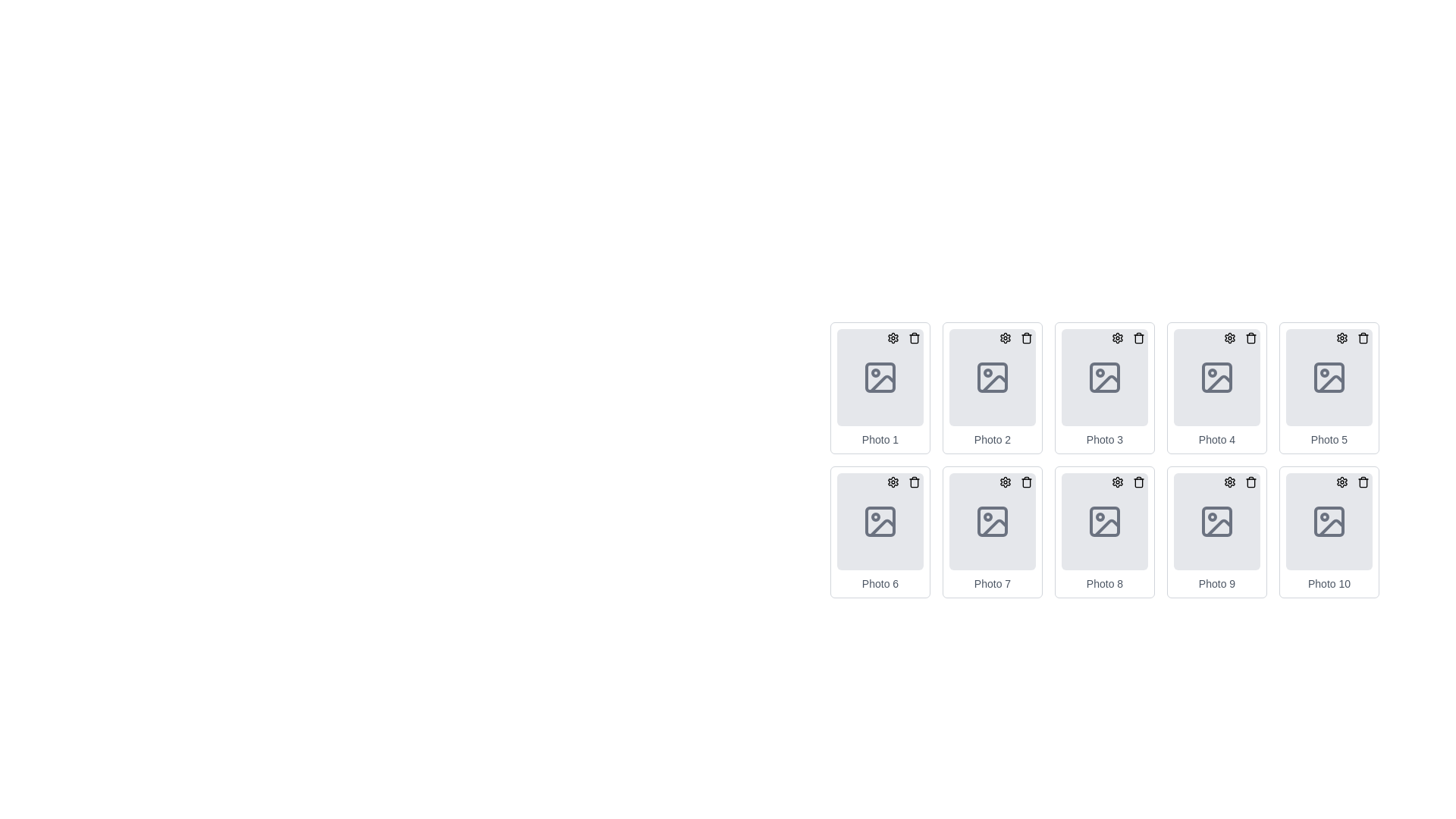 This screenshot has height=819, width=1456. I want to click on the Decorative Frame element located within the top-left corner of the 'Photo 1' icon, so click(880, 376).